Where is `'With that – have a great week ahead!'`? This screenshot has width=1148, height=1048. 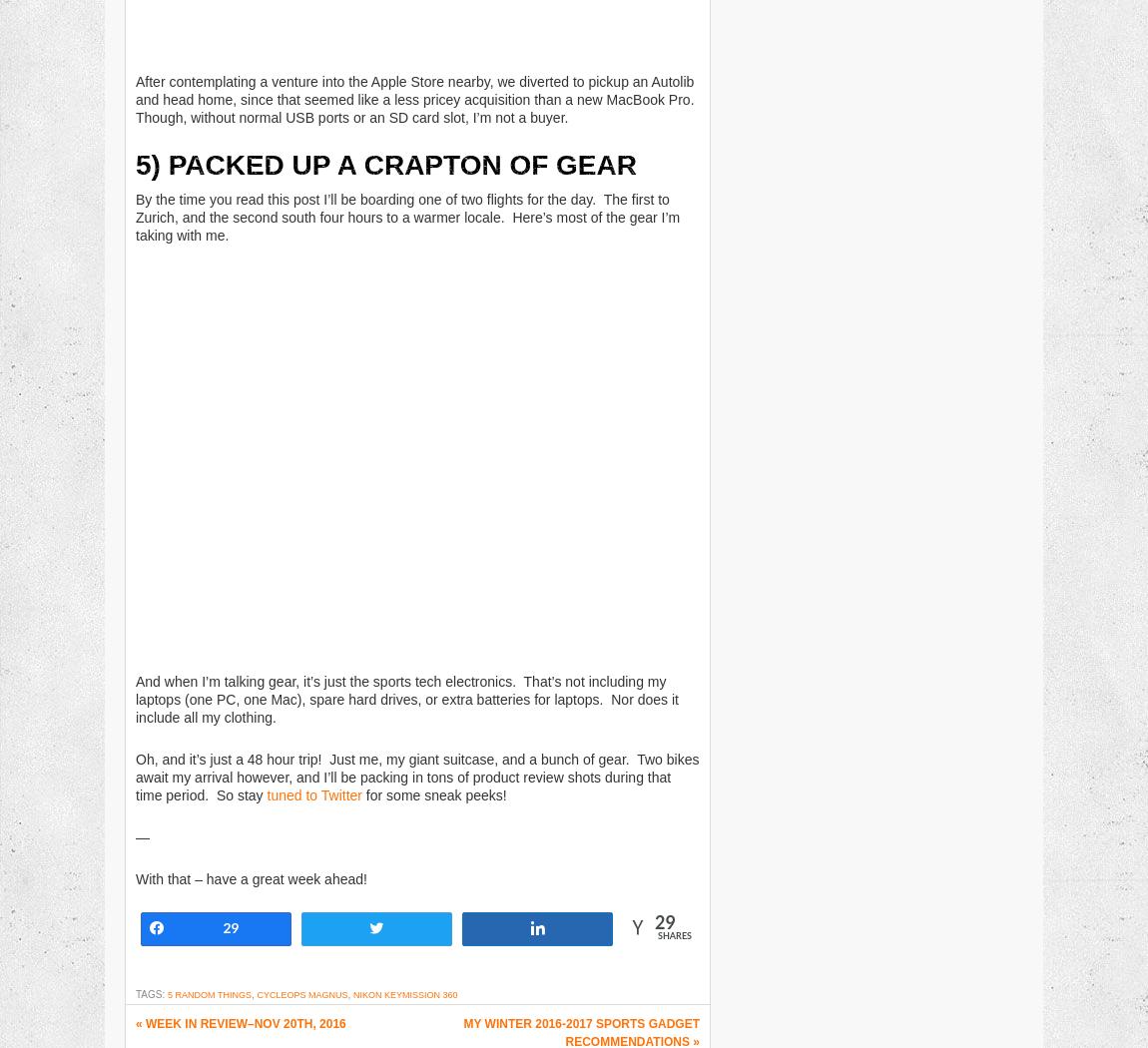 'With that – have a great week ahead!' is located at coordinates (135, 877).